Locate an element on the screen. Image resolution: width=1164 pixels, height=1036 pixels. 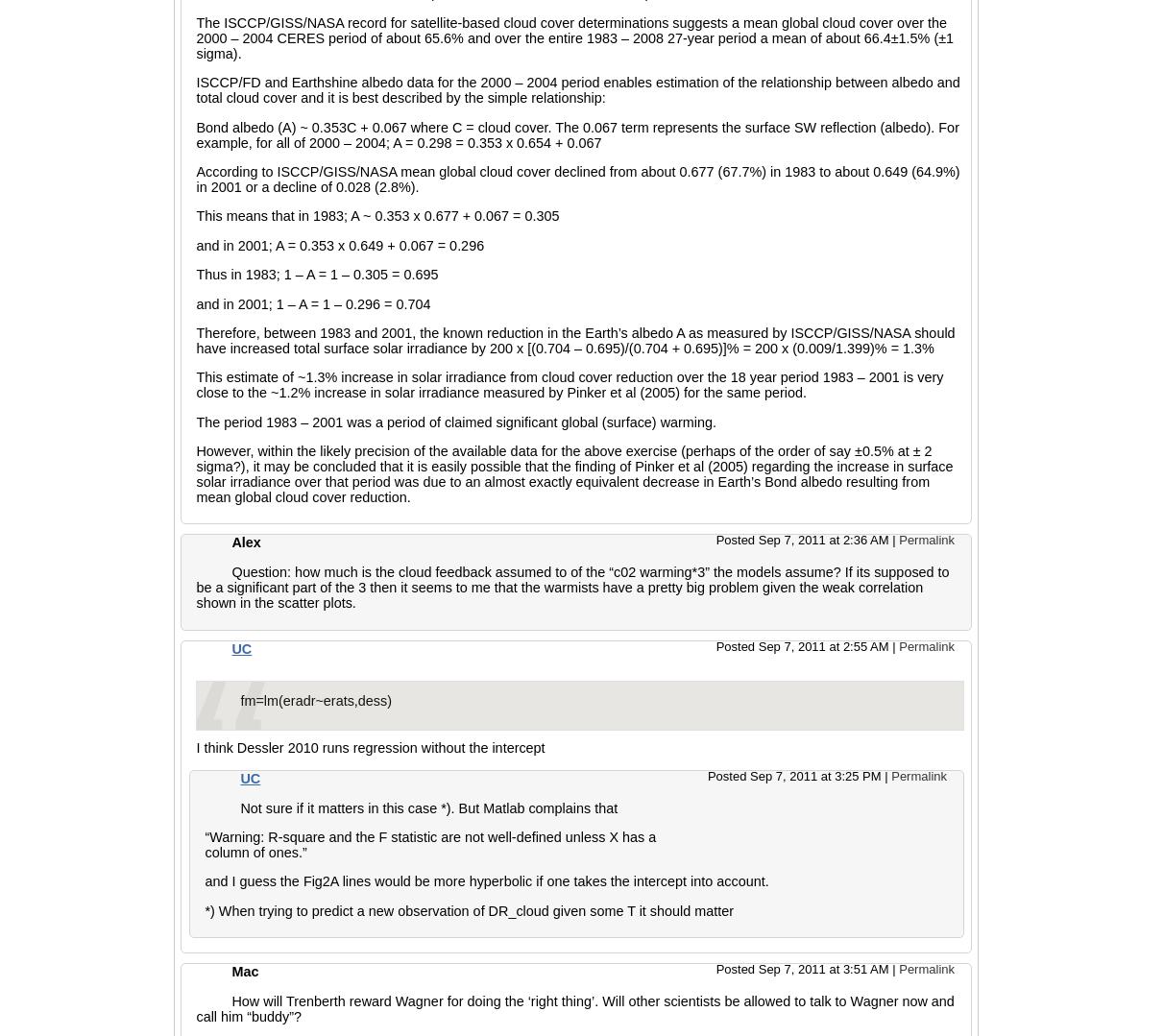
'Mac' is located at coordinates (245, 971).